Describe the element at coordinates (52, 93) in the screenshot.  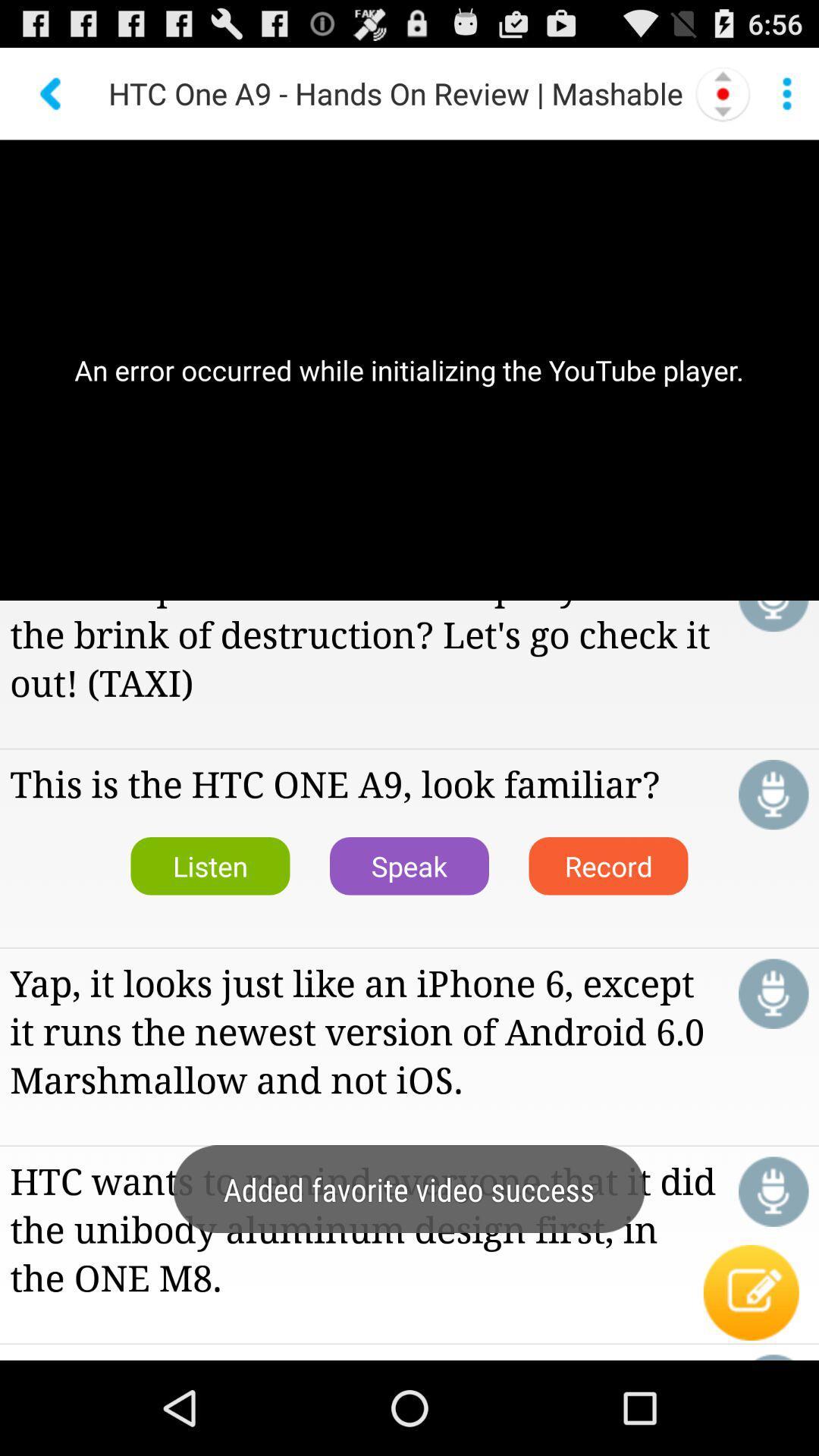
I see `back button` at that location.